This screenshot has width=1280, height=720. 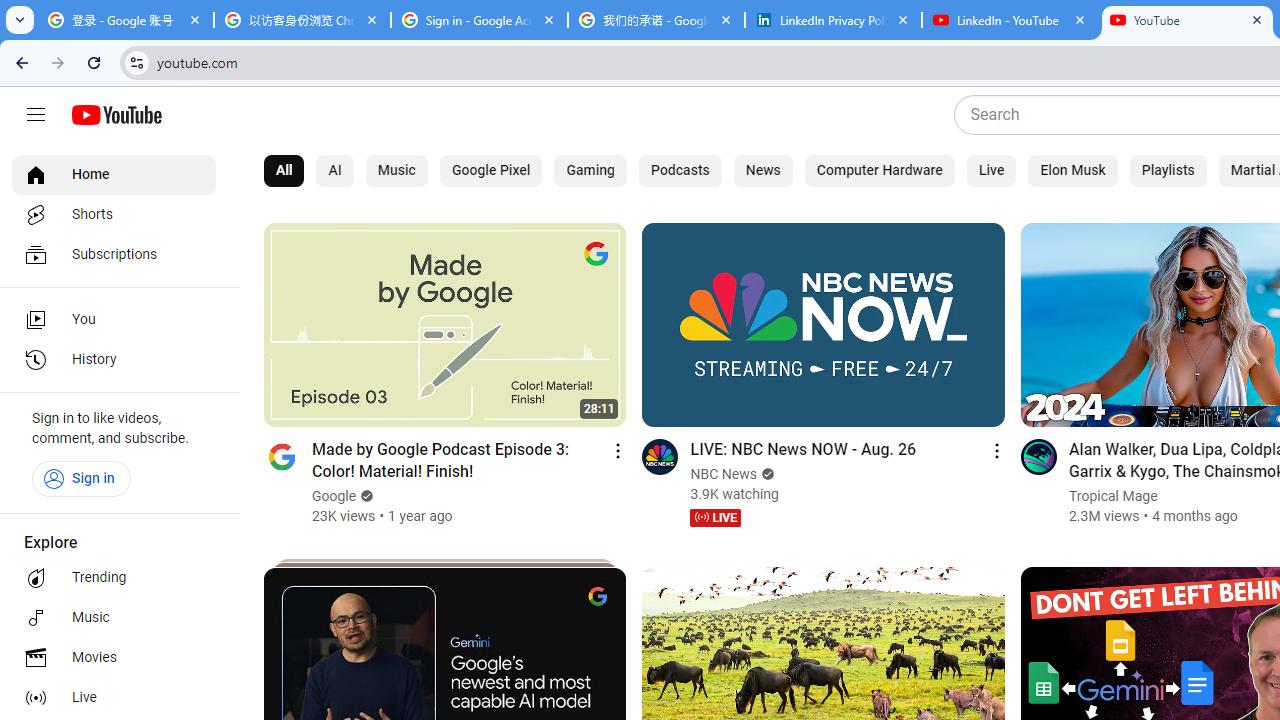 I want to click on 'LinkedIn Privacy Policy', so click(x=833, y=20).